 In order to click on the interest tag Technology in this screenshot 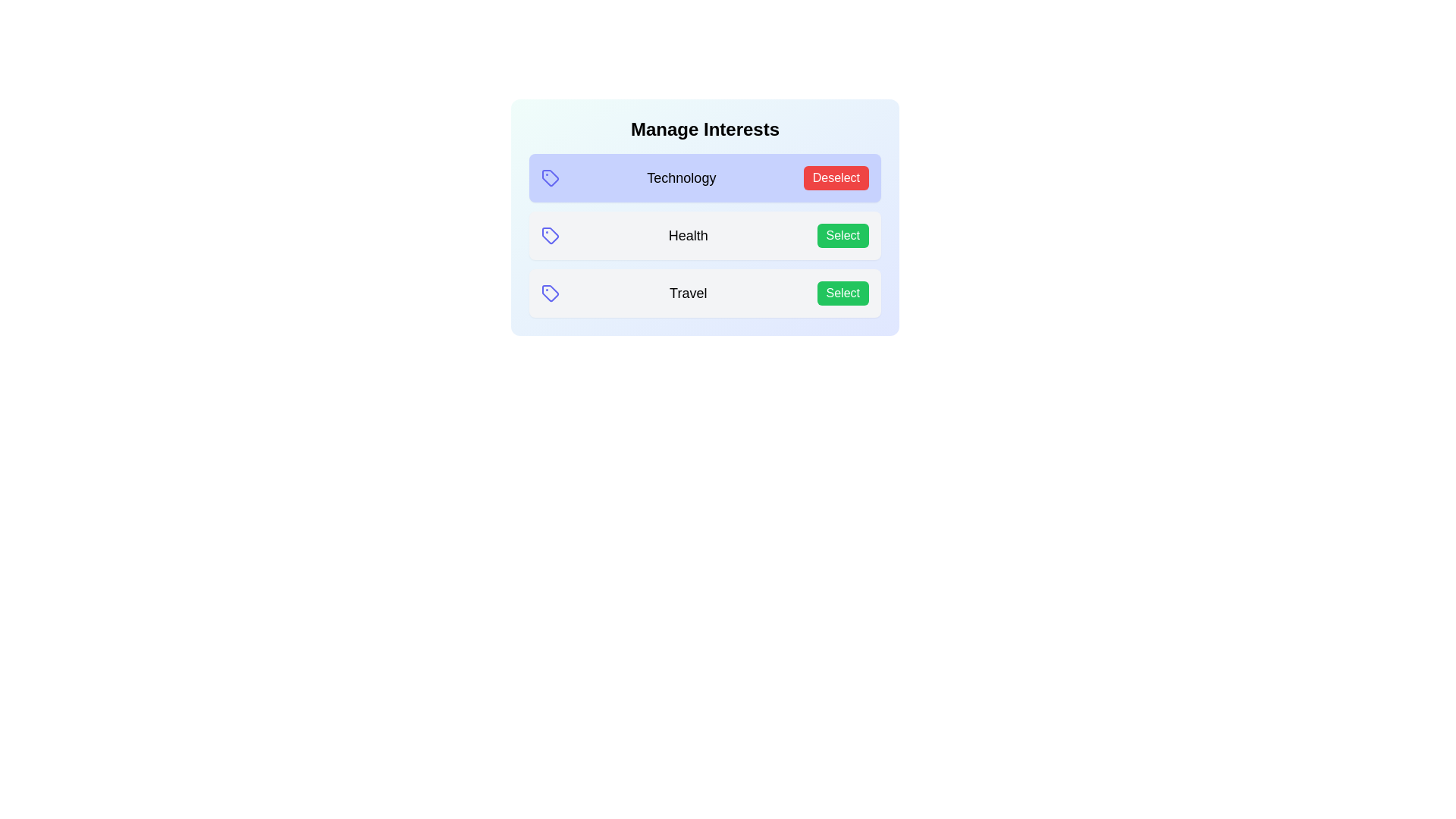, I will do `click(835, 177)`.